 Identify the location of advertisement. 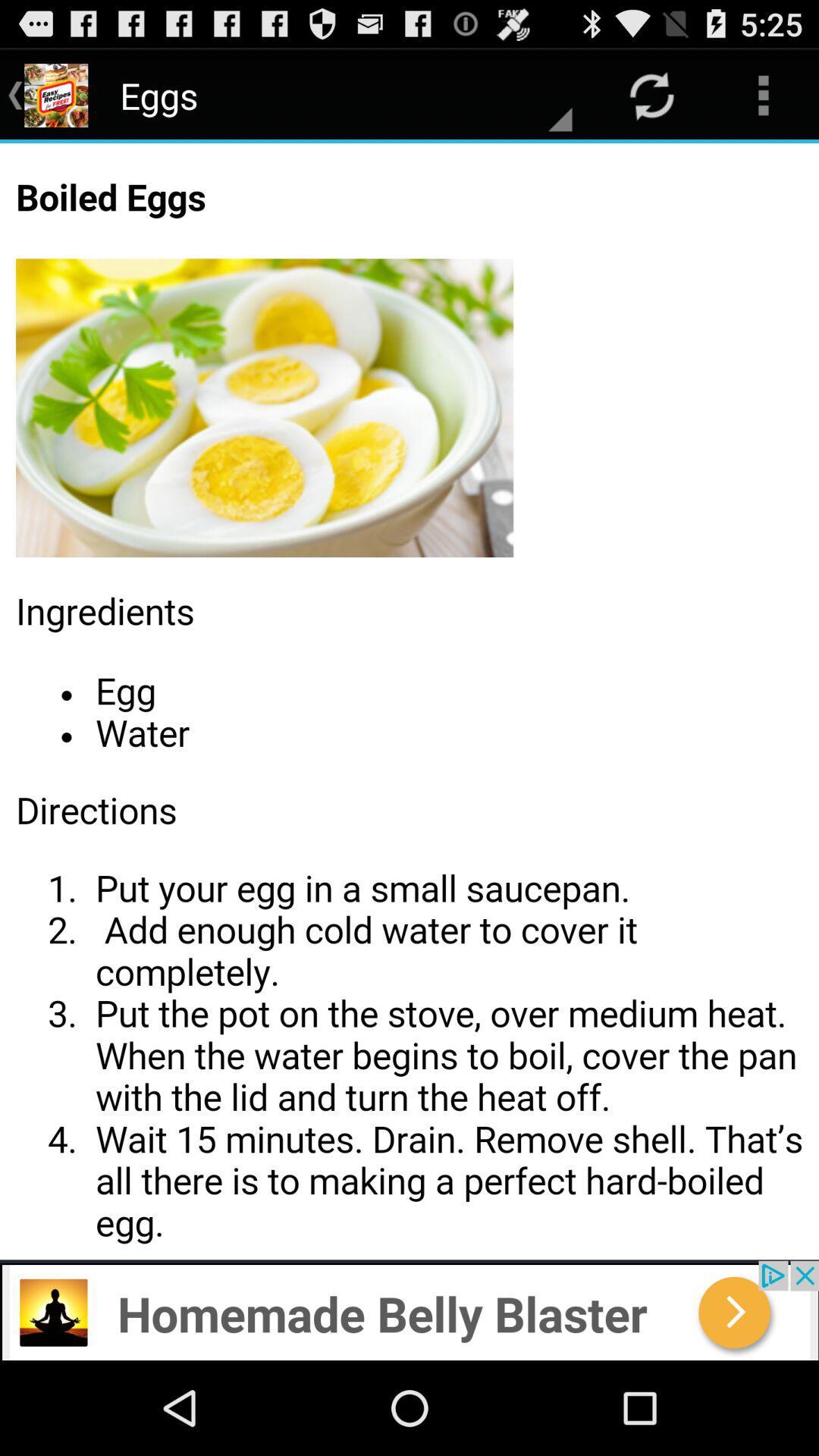
(409, 1310).